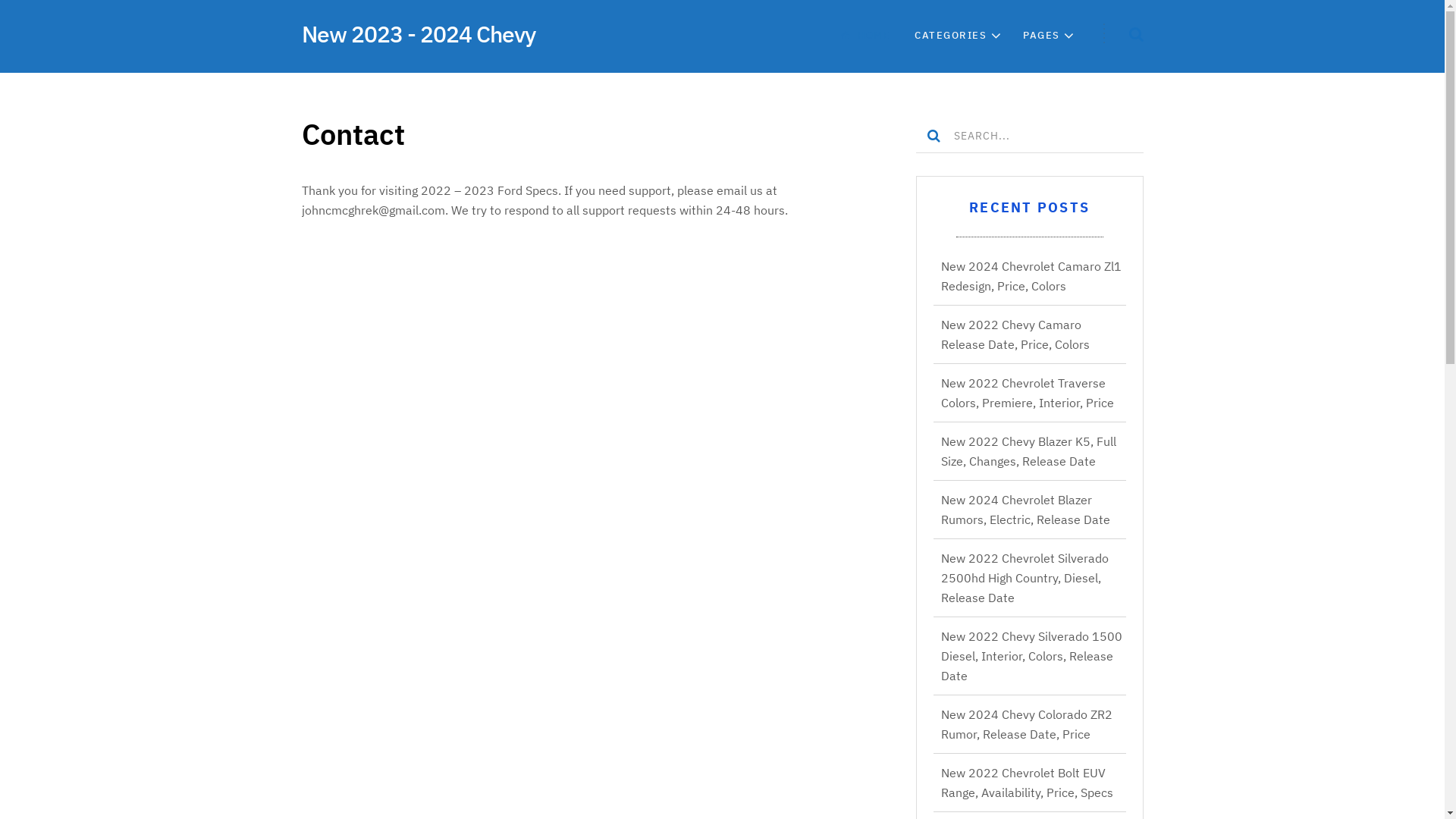 The image size is (1456, 819). I want to click on 'PAGES', so click(1040, 34).